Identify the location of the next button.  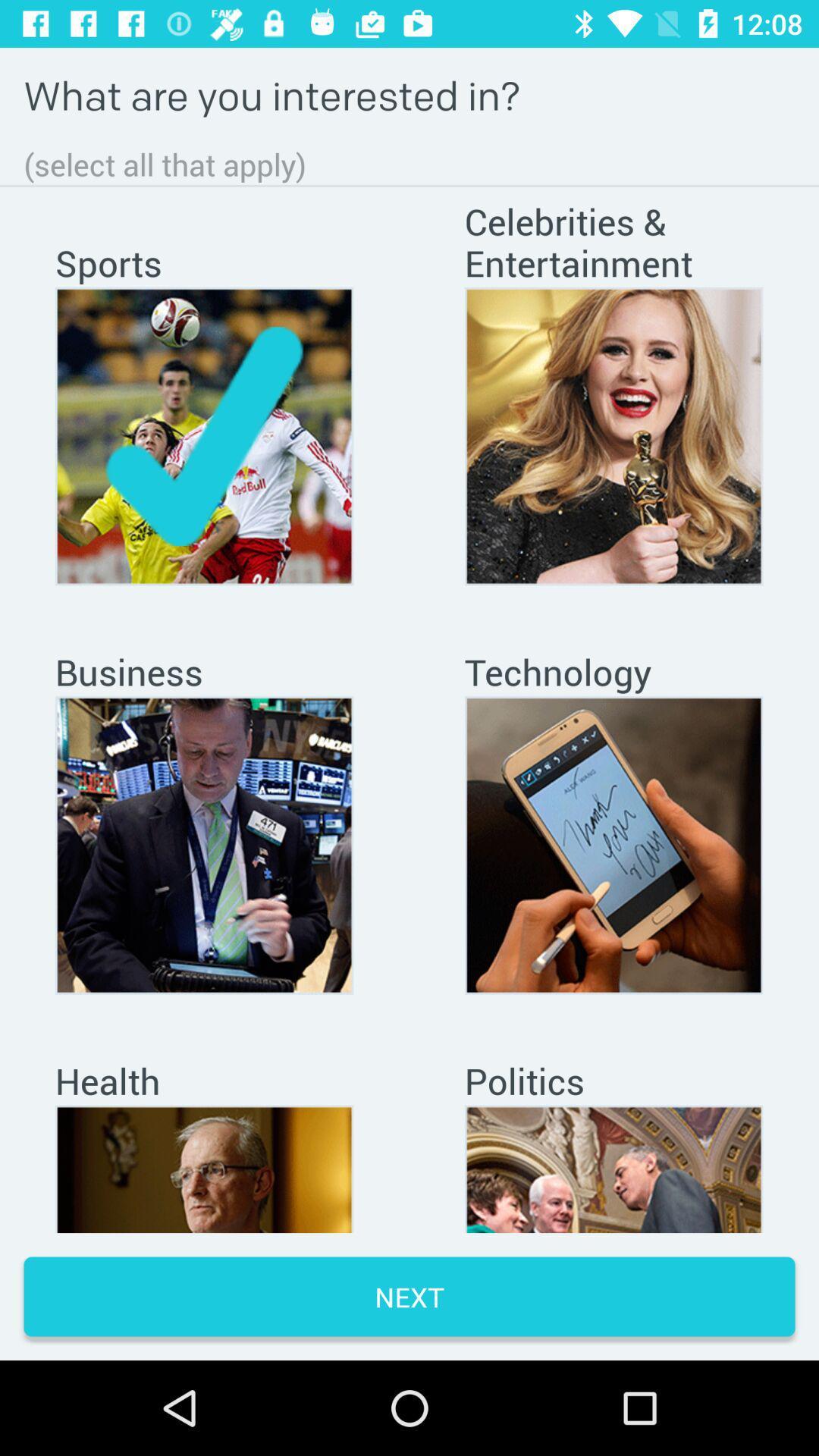
(409, 1295).